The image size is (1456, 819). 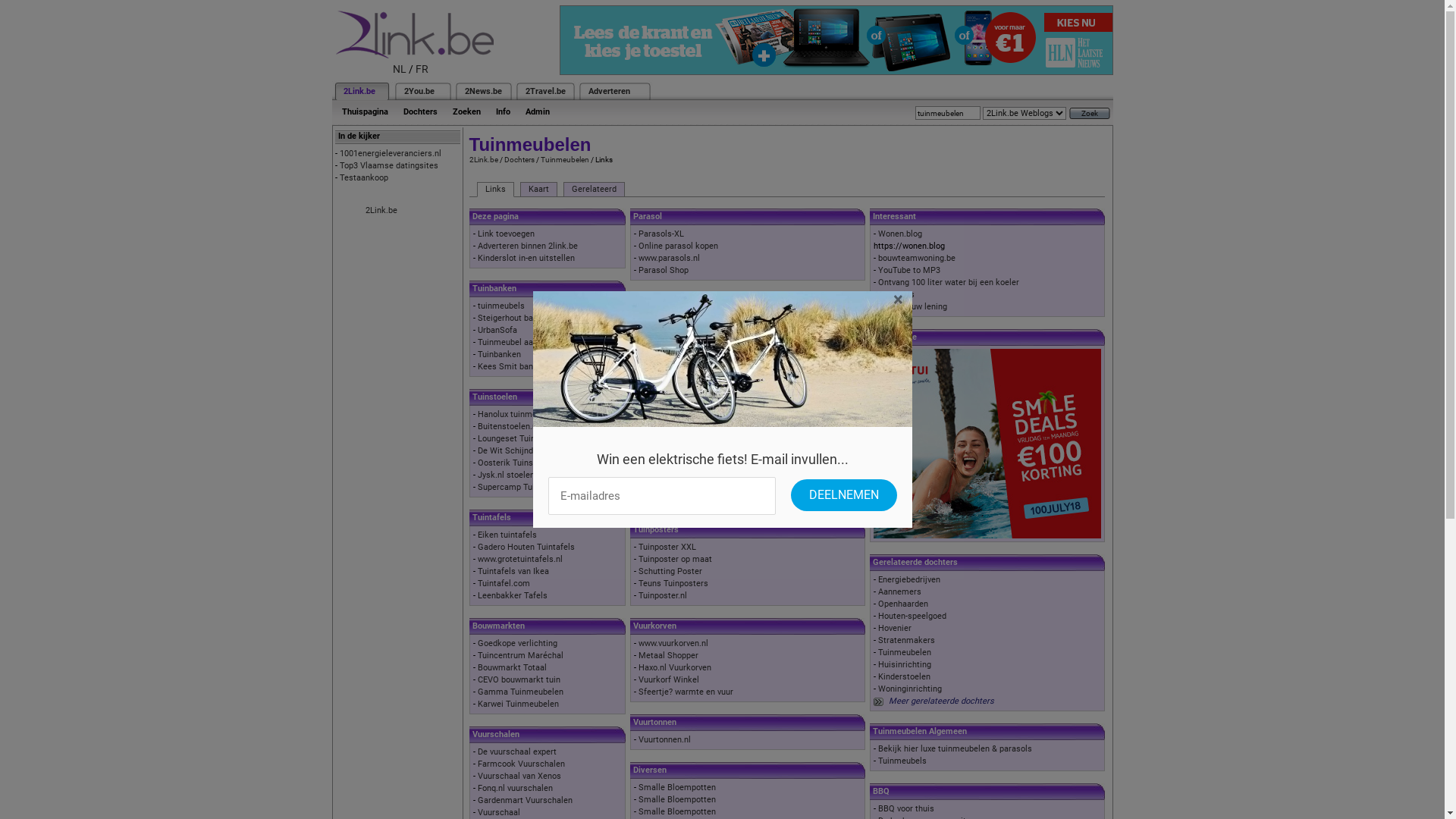 What do you see at coordinates (515, 787) in the screenshot?
I see `'Fonq.nl vuurschalen'` at bounding box center [515, 787].